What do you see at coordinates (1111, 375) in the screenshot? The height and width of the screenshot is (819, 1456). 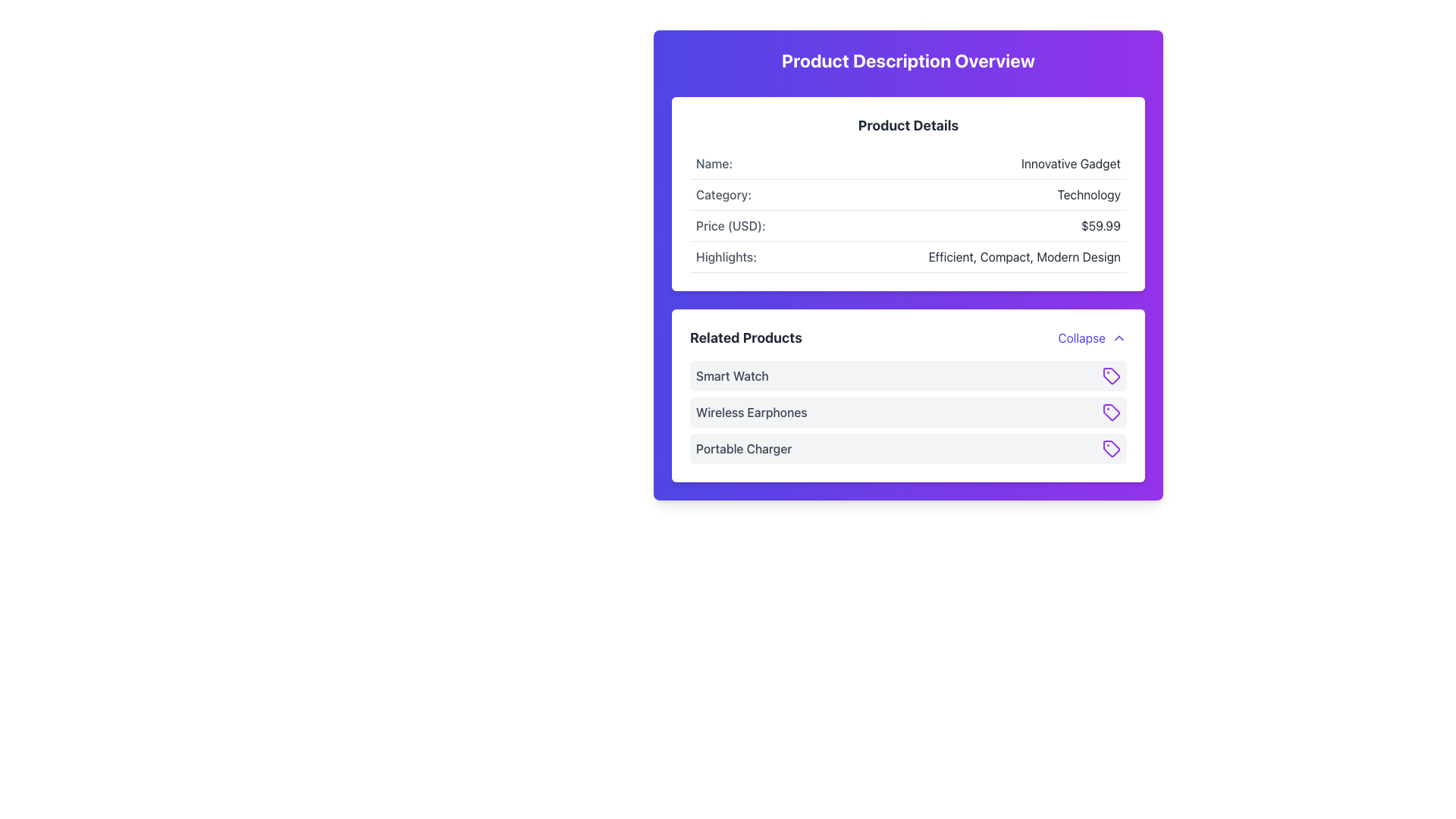 I see `the stylized purple tag icon located next to the 'Portable Charger' in the 'Related Products' section` at bounding box center [1111, 375].